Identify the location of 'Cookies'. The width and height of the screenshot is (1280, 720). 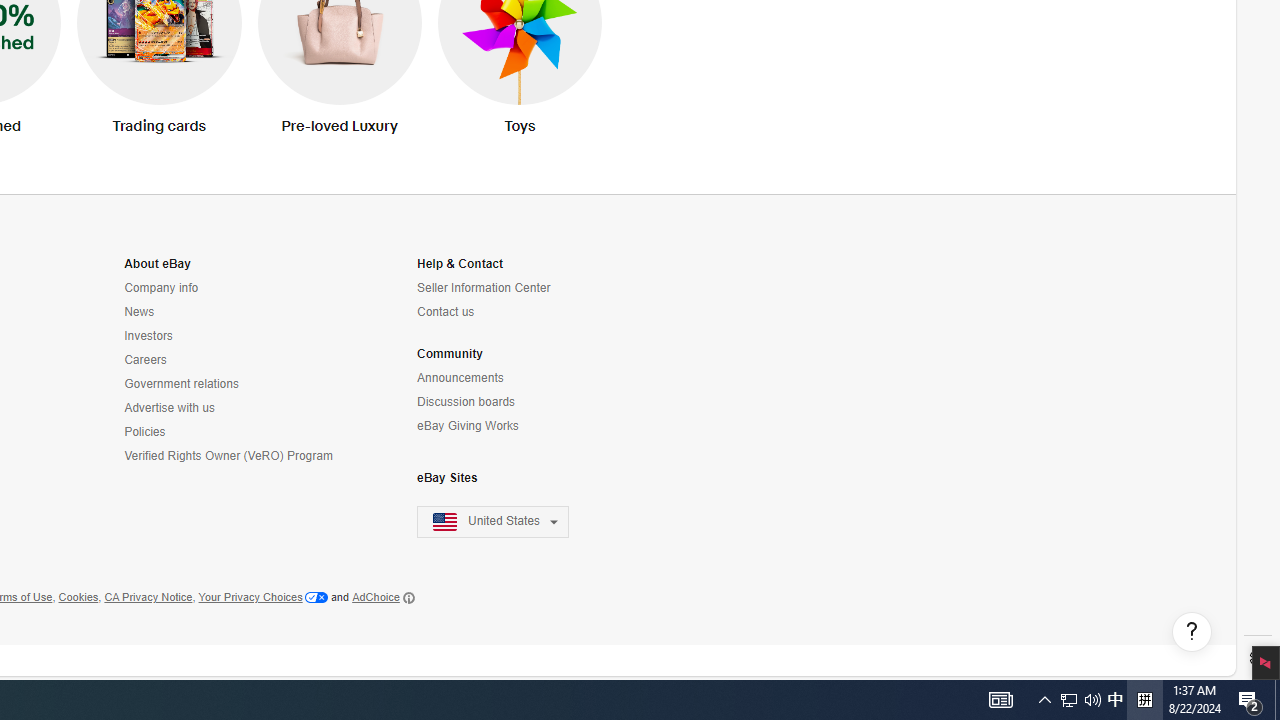
(78, 596).